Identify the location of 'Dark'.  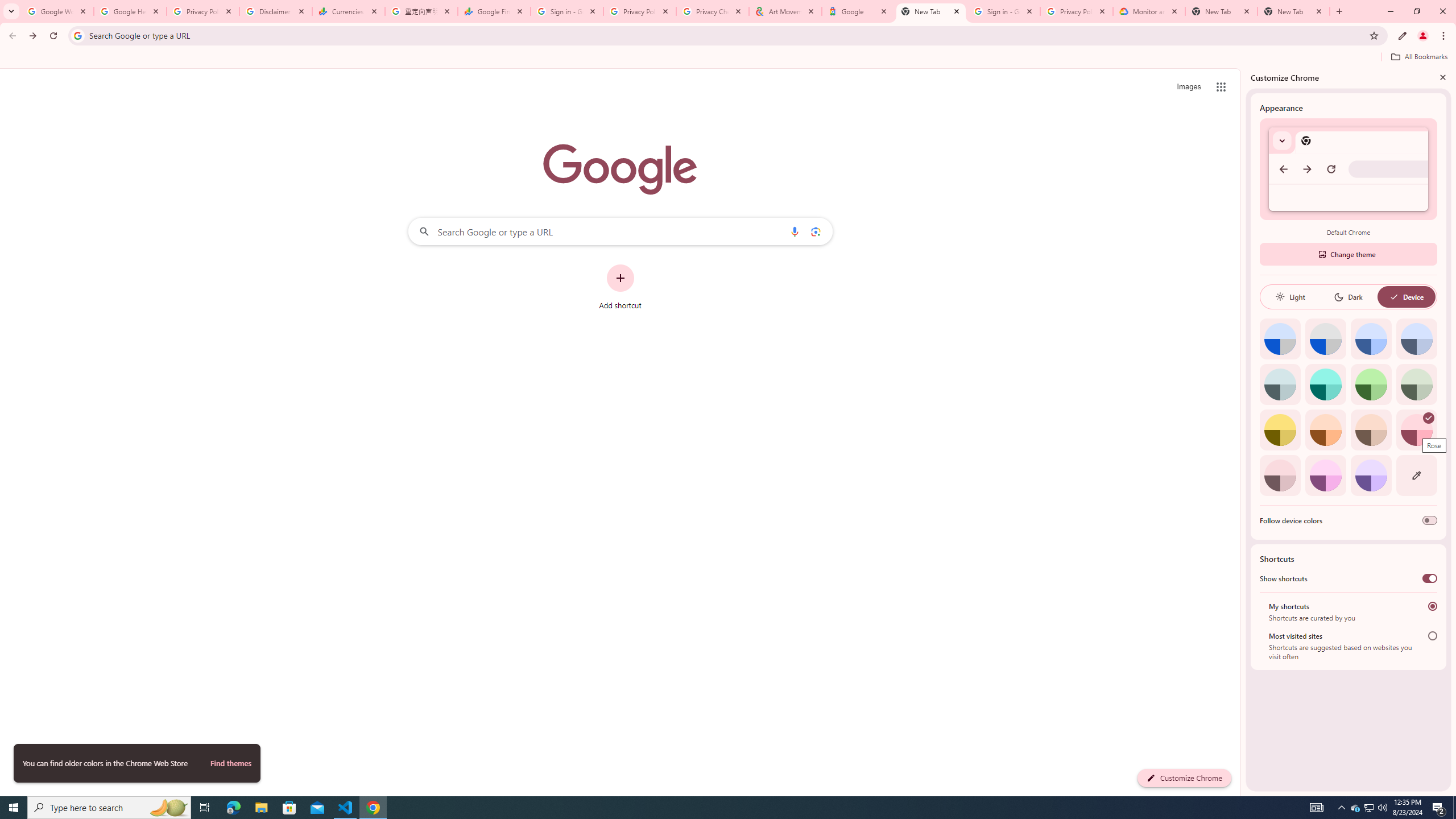
(1347, 296).